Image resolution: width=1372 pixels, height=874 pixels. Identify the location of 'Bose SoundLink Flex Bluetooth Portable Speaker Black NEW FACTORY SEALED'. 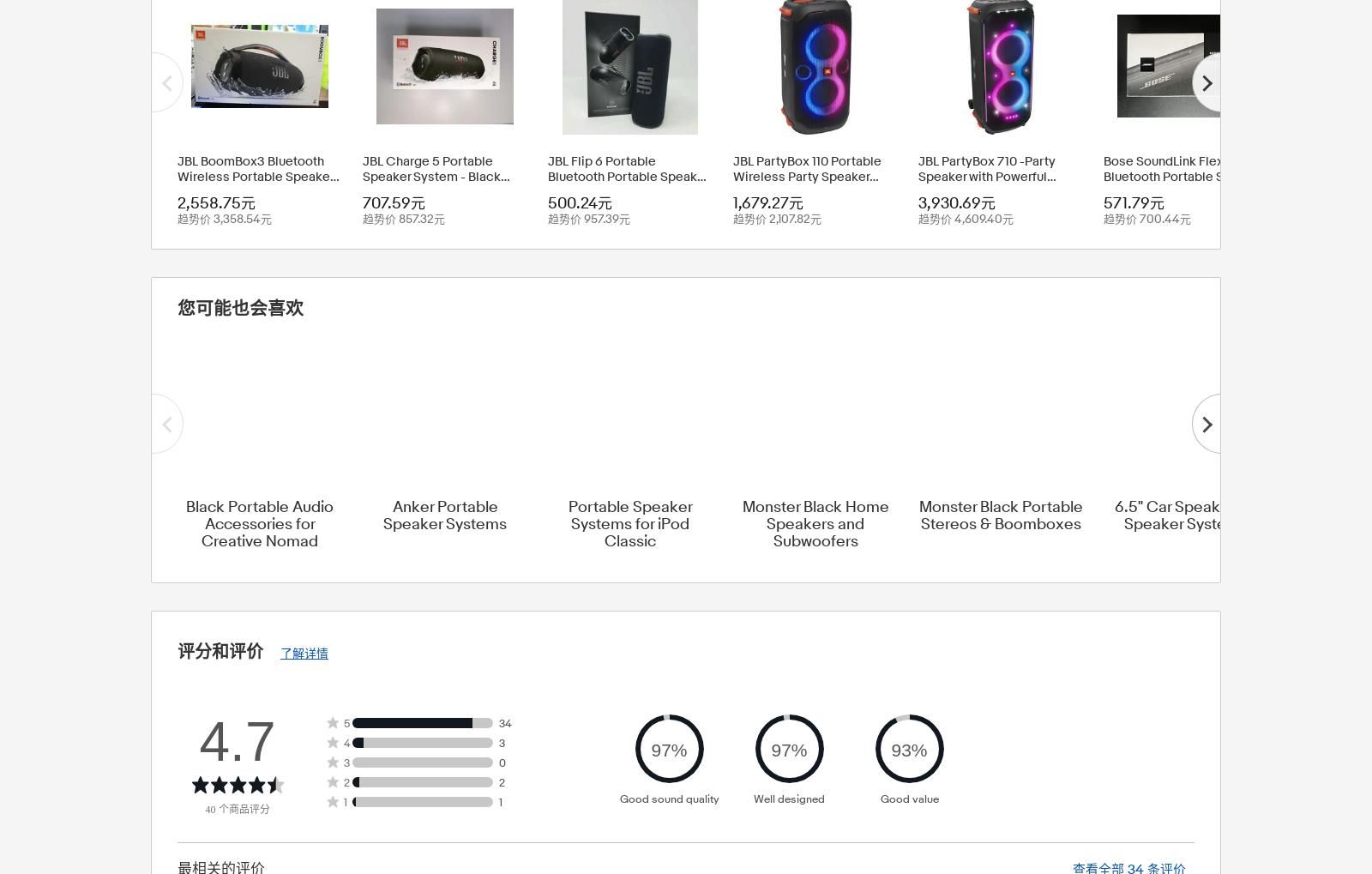
(1103, 184).